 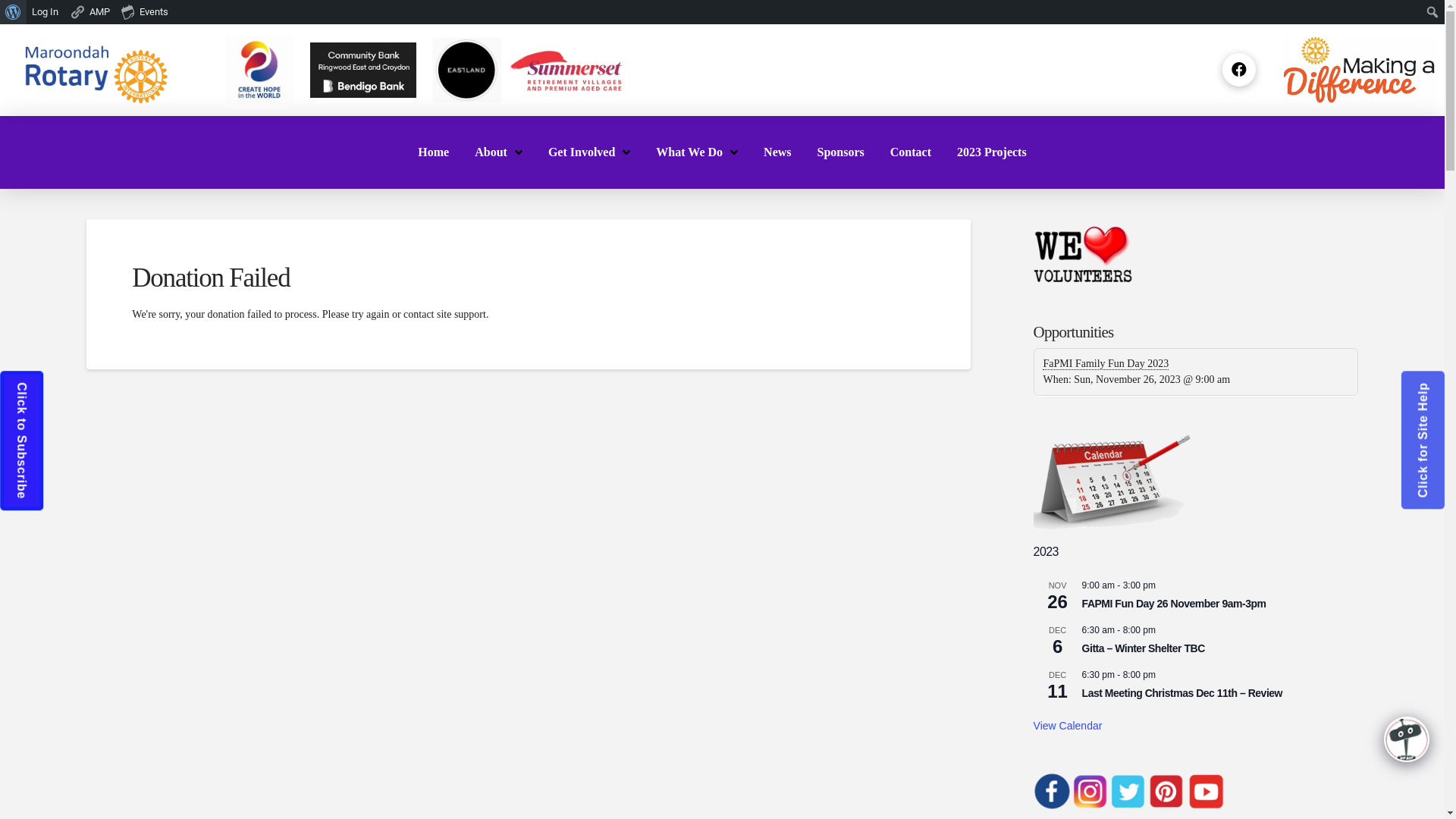 I want to click on 'Log In', so click(x=45, y=11).